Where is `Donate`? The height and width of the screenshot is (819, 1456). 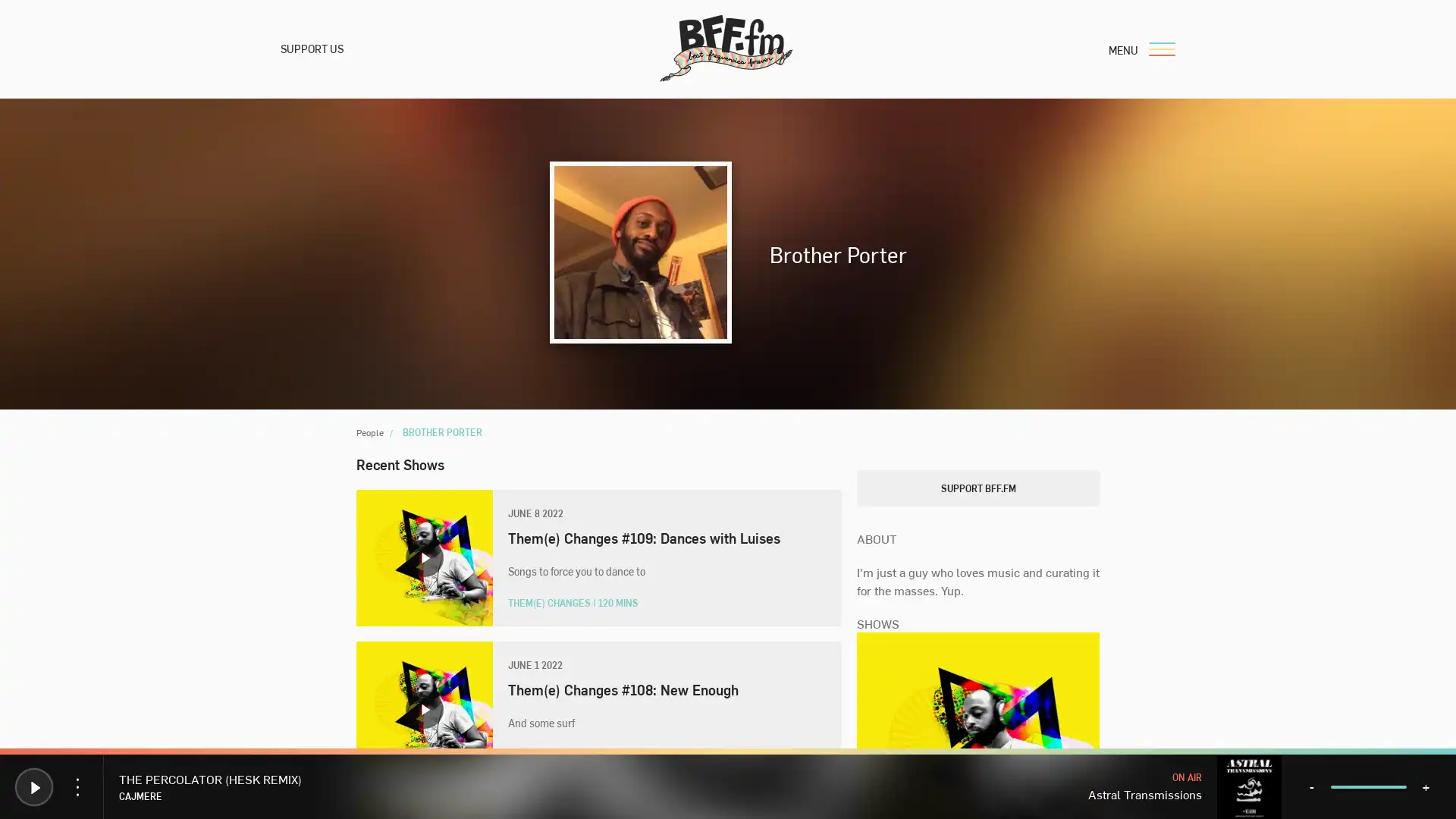
Donate is located at coordinates (49, 748).